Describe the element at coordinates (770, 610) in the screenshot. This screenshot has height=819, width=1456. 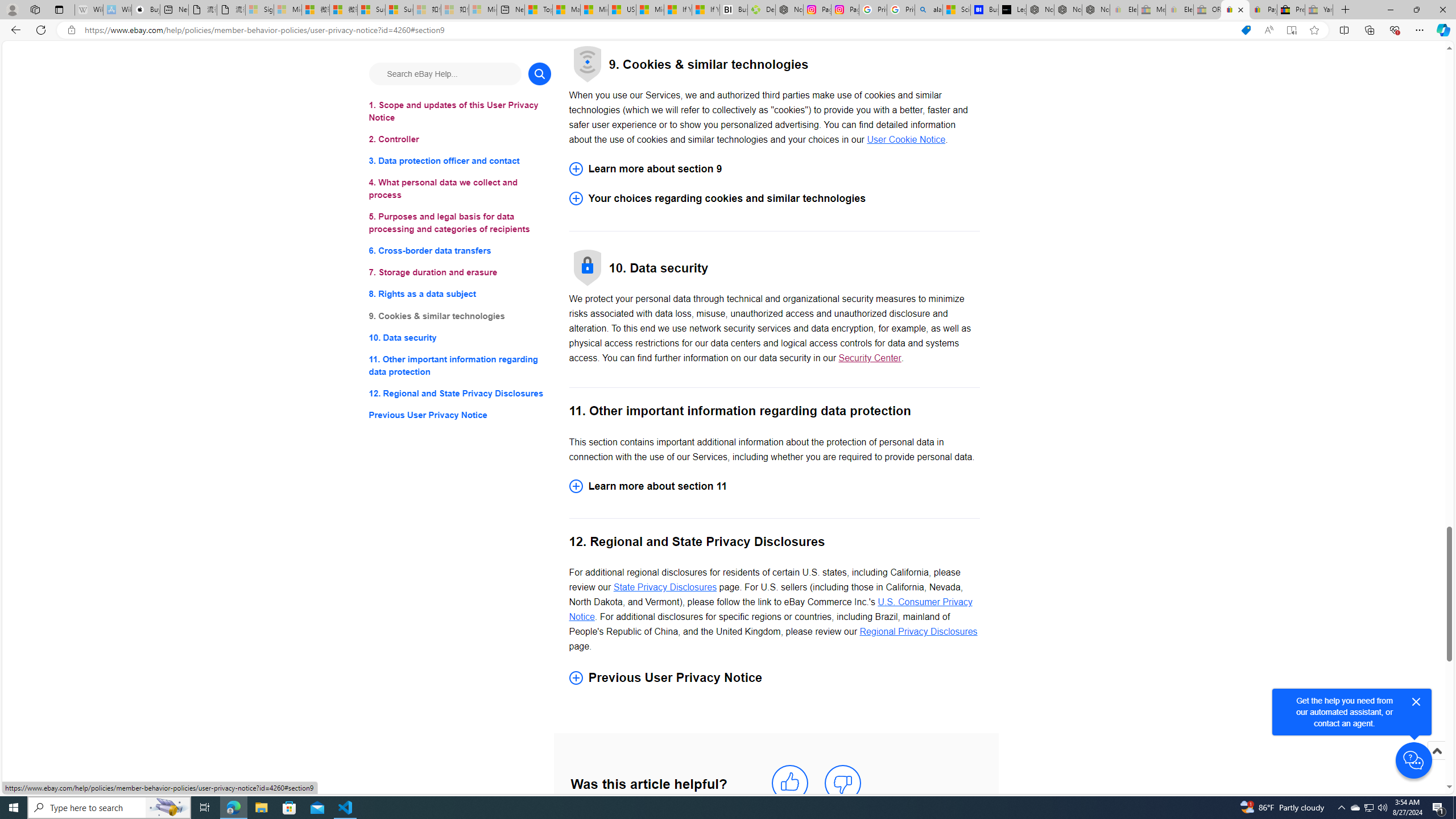
I see `'U.S. Consumer Privacy Notice - opens in new window or tab'` at that location.